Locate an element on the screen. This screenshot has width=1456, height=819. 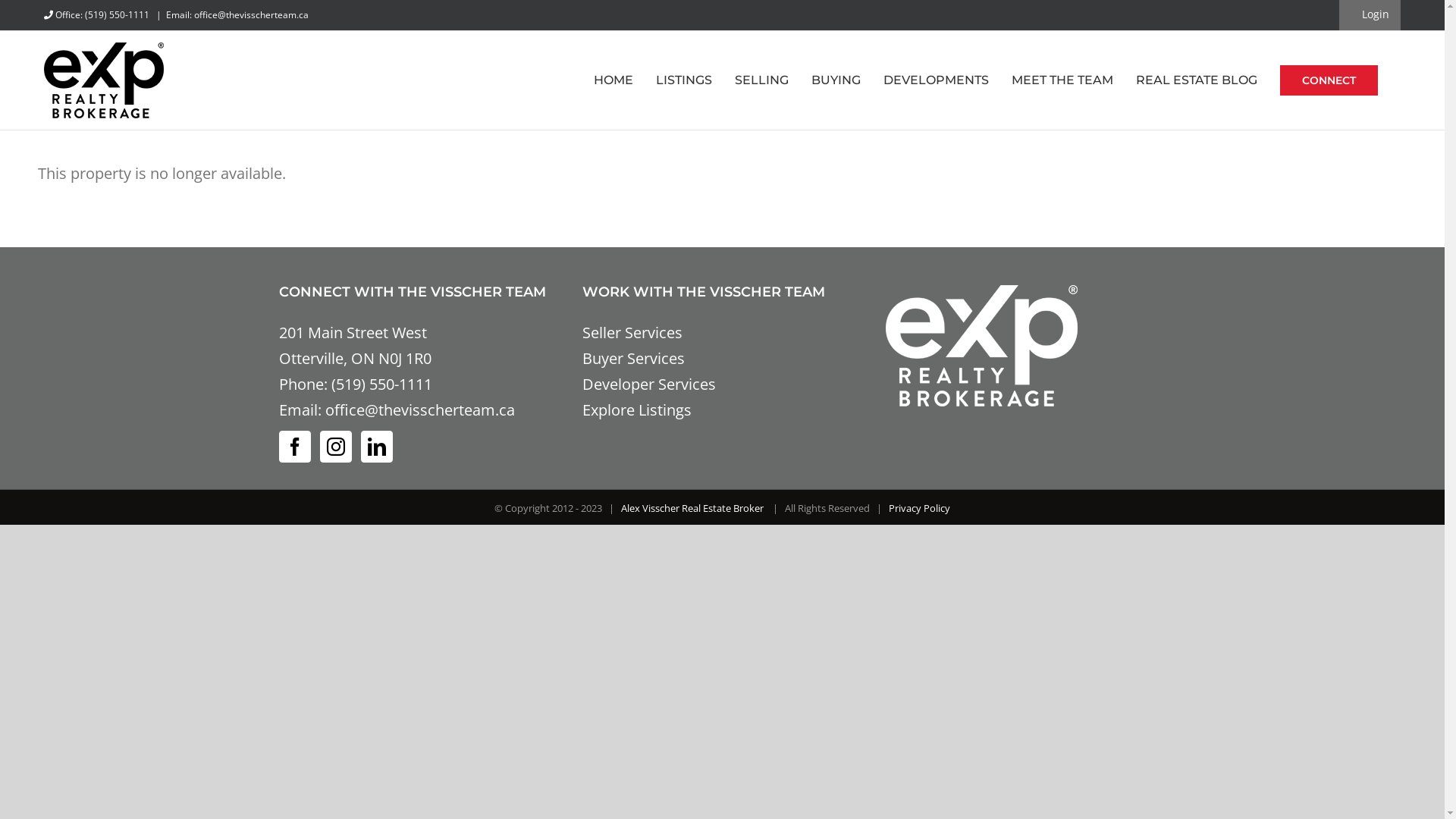
'LinkedIn' is located at coordinates (377, 446).